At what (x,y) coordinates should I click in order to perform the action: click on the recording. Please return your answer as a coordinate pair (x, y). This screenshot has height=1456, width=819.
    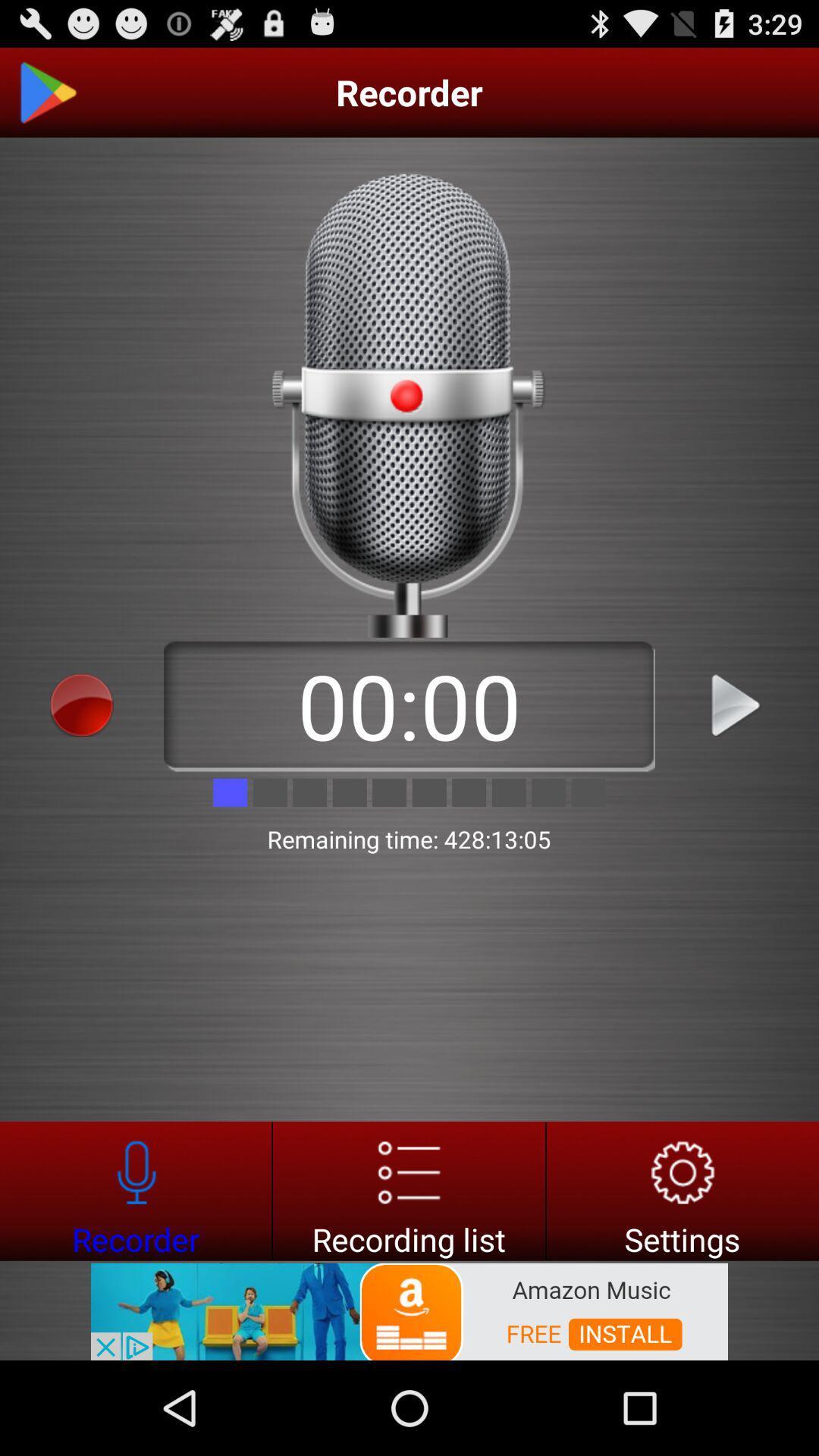
    Looking at the image, I should click on (736, 704).